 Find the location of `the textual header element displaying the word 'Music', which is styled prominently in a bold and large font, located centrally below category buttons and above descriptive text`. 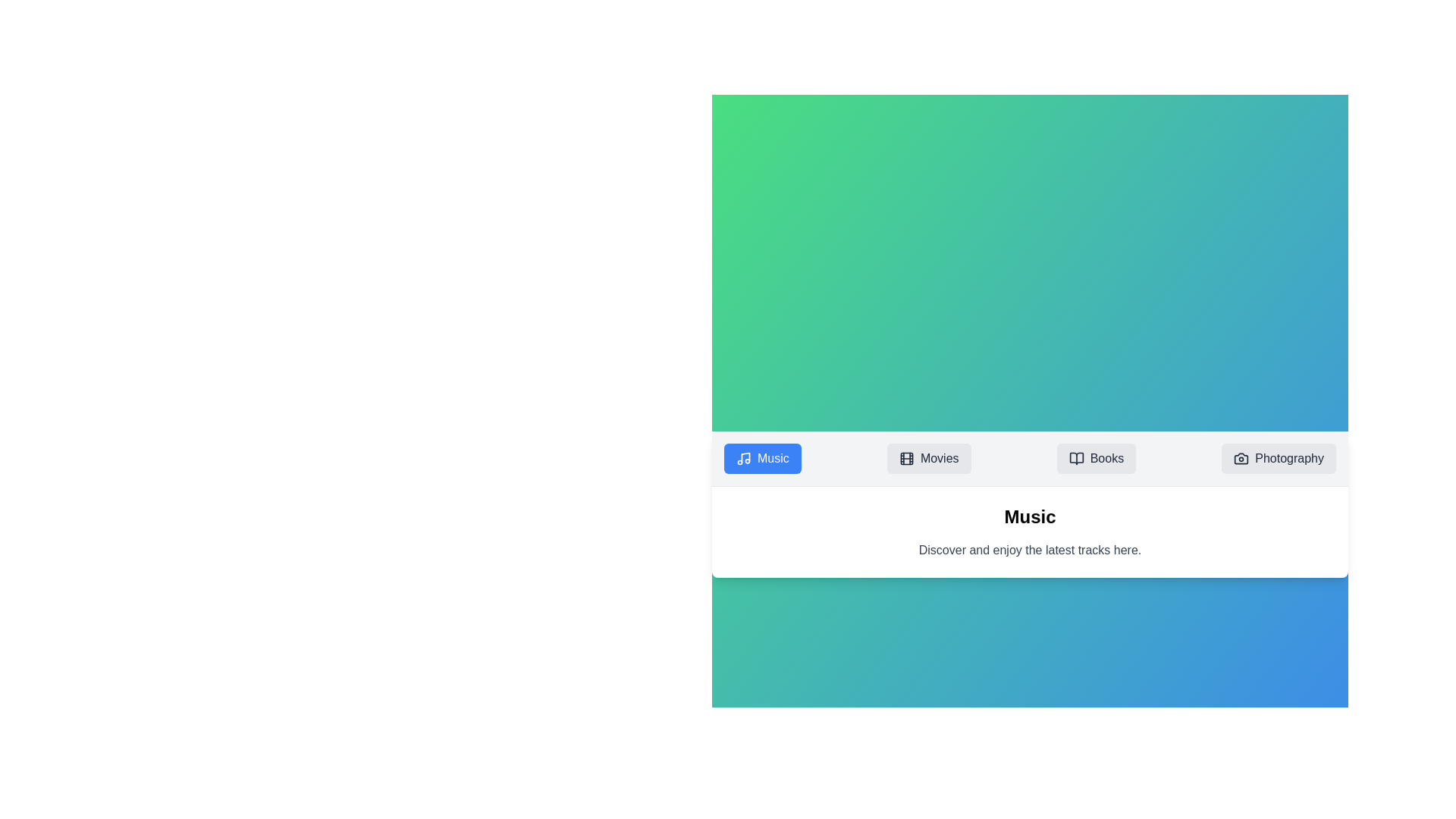

the textual header element displaying the word 'Music', which is styled prominently in a bold and large font, located centrally below category buttons and above descriptive text is located at coordinates (1030, 516).